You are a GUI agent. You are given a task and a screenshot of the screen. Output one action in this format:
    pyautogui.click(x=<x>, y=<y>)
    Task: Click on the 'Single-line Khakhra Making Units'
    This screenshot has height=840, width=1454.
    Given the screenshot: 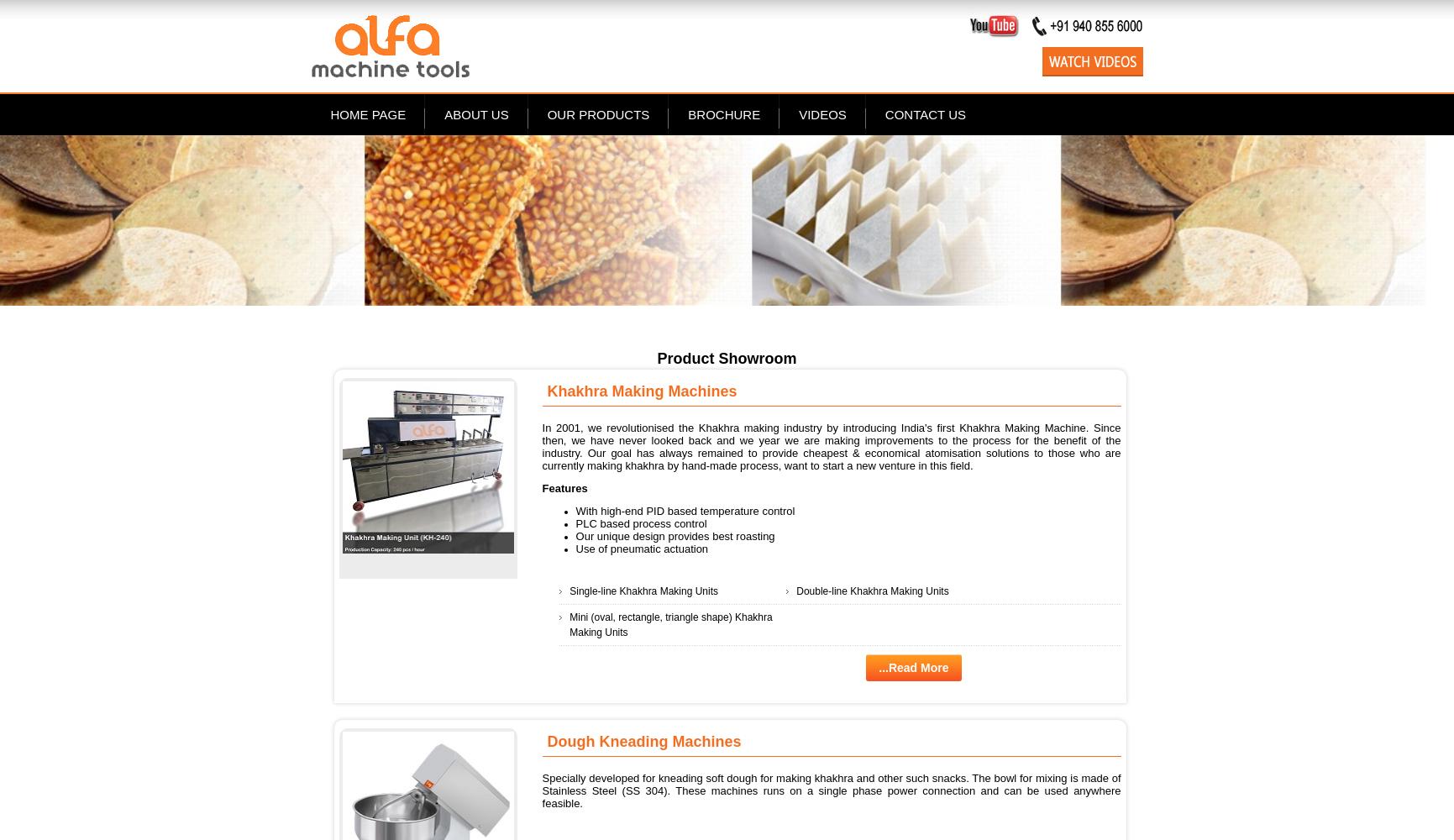 What is the action you would take?
    pyautogui.click(x=643, y=590)
    